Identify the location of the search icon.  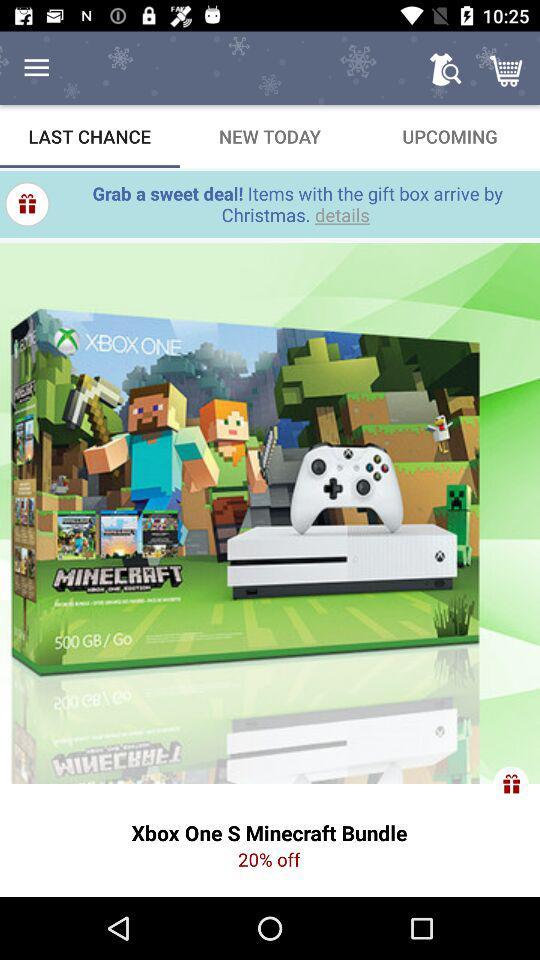
(445, 68).